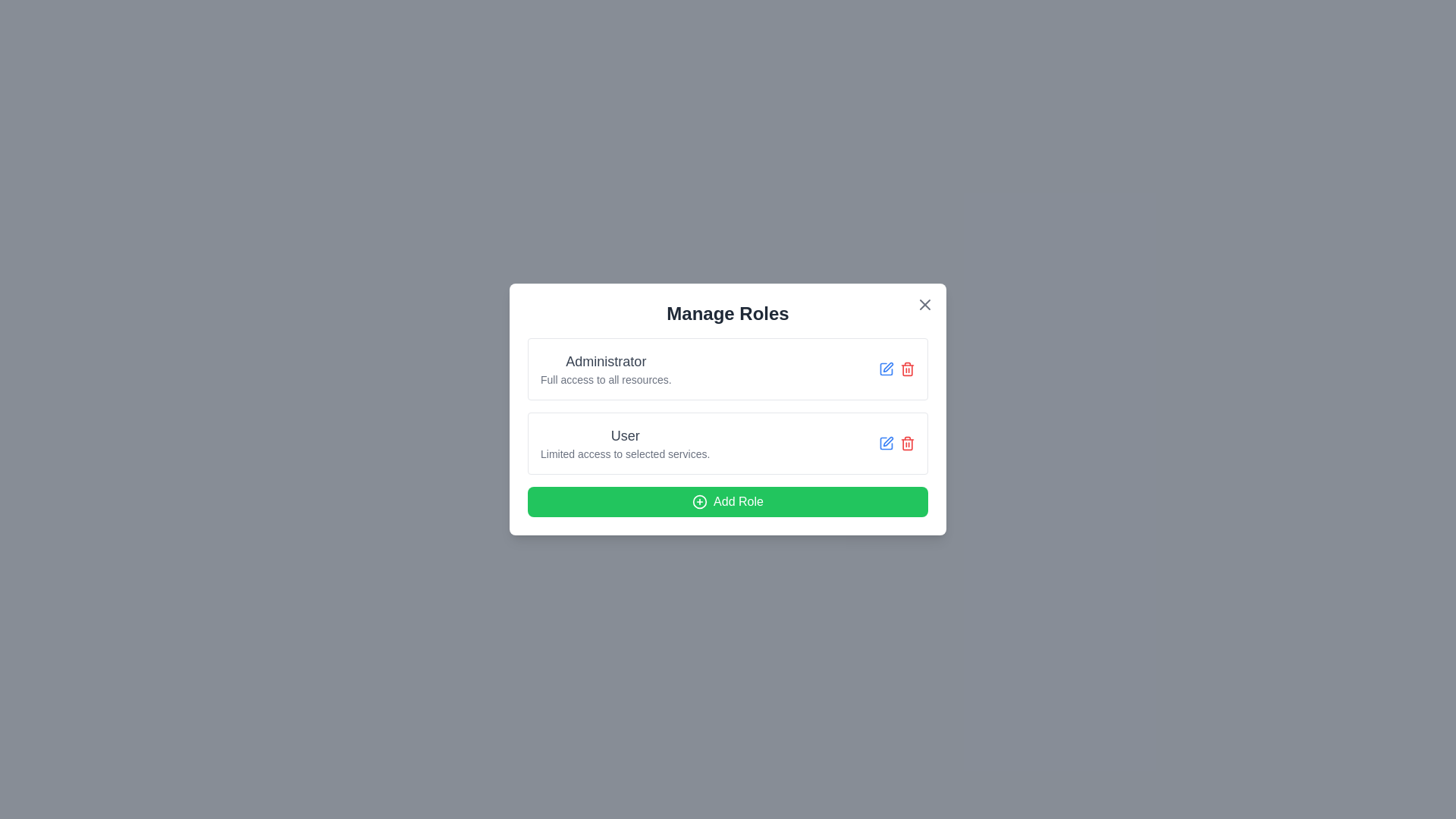  What do you see at coordinates (888, 367) in the screenshot?
I see `the interactive icon for editing functionality next to the 'Administrator' label` at bounding box center [888, 367].